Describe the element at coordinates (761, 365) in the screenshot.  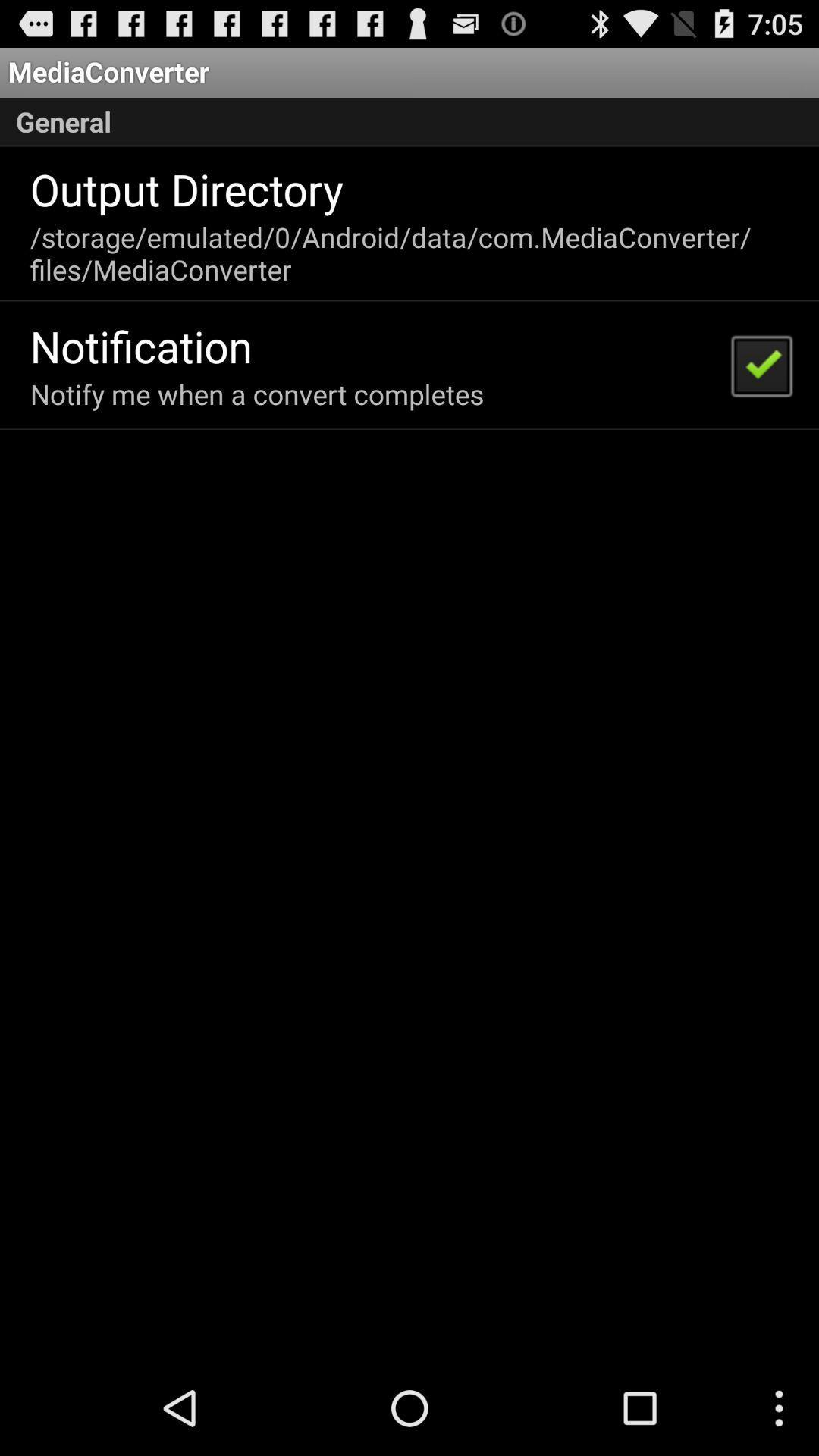
I see `item next to the notify me when icon` at that location.